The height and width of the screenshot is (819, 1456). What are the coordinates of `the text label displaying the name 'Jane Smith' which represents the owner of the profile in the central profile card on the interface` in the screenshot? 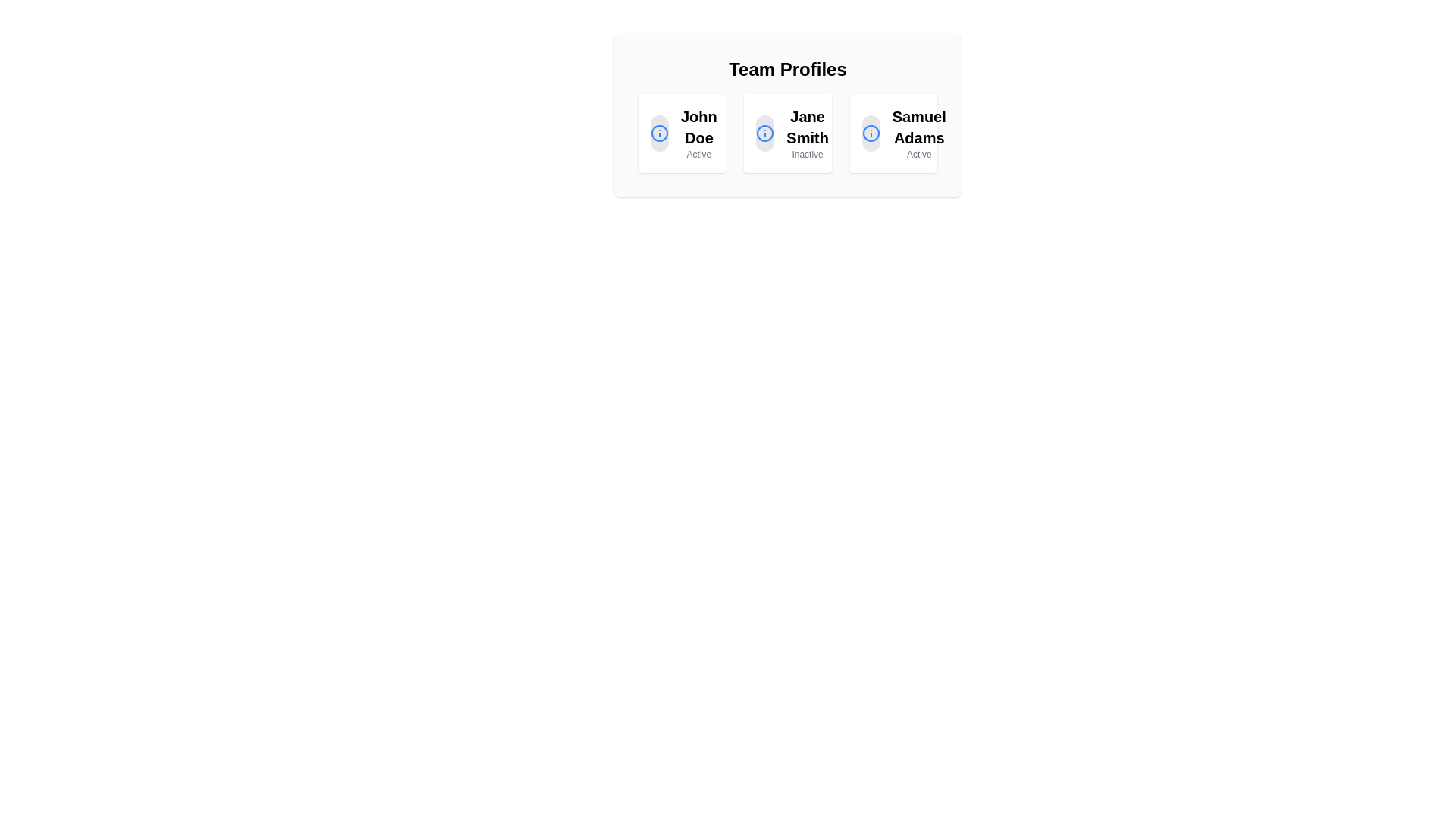 It's located at (807, 127).